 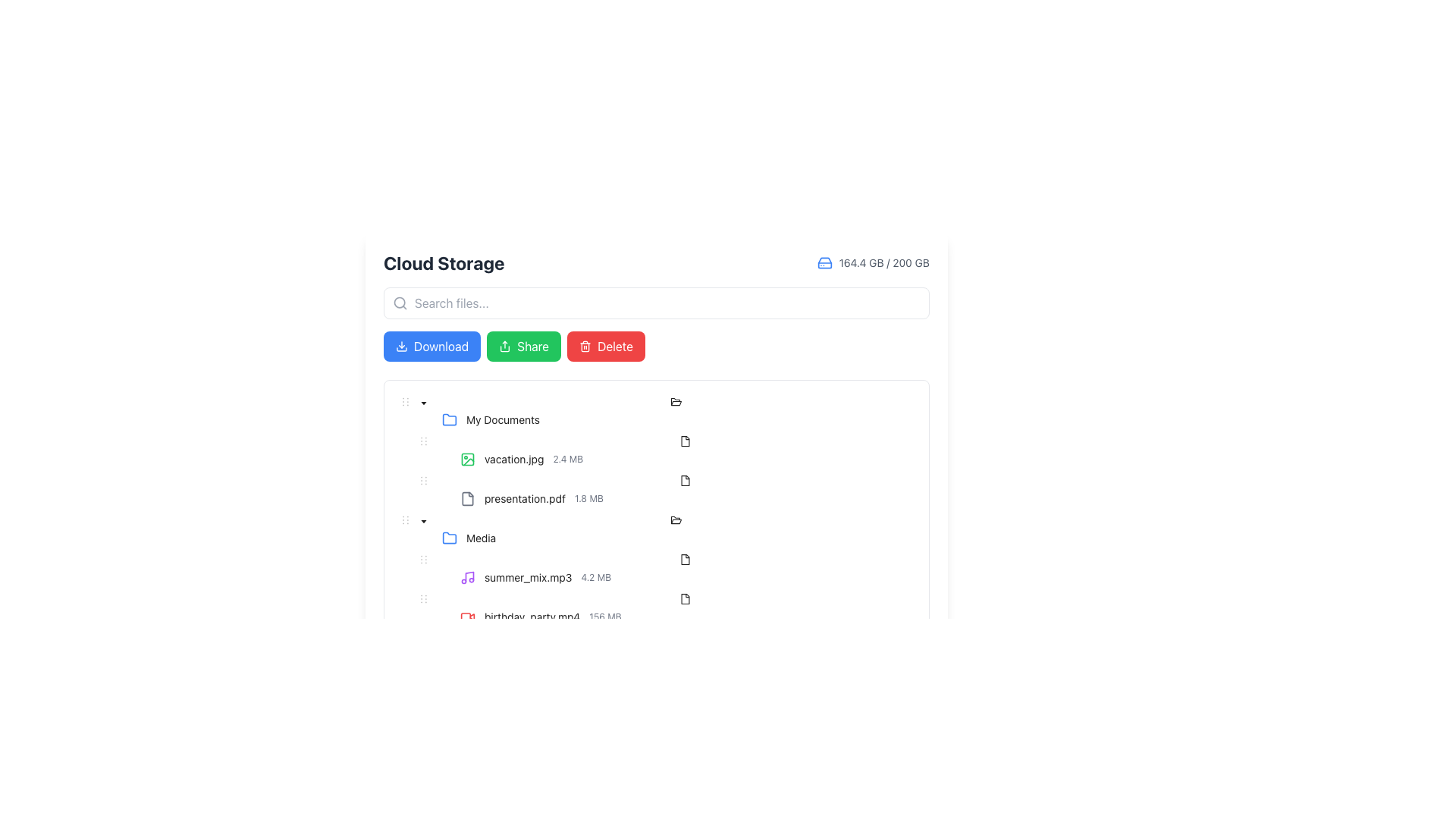 What do you see at coordinates (676, 400) in the screenshot?
I see `the open folder icon located before the label 'Media' in the file management interface` at bounding box center [676, 400].